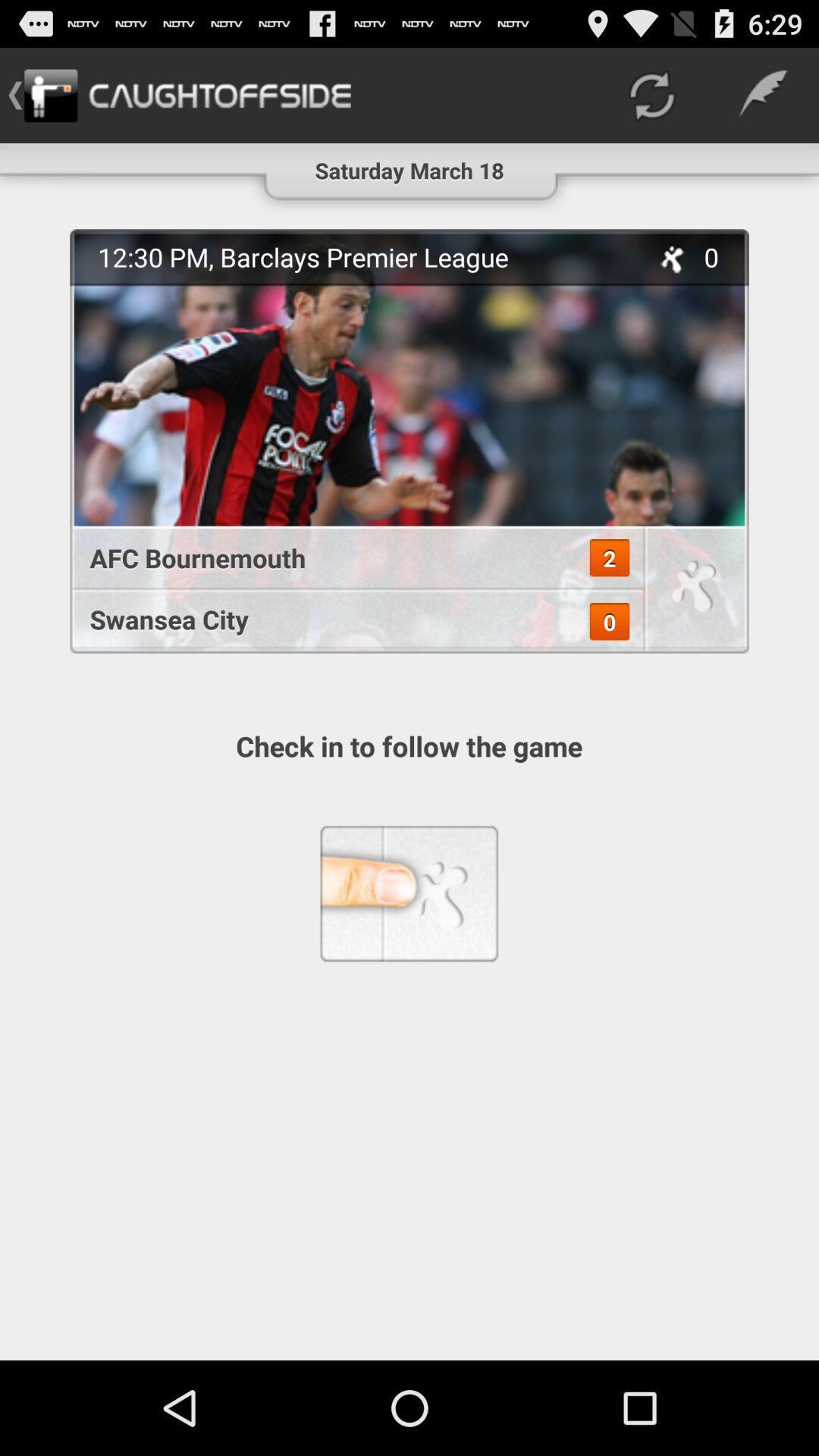  What do you see at coordinates (348, 619) in the screenshot?
I see `swansea city icon` at bounding box center [348, 619].